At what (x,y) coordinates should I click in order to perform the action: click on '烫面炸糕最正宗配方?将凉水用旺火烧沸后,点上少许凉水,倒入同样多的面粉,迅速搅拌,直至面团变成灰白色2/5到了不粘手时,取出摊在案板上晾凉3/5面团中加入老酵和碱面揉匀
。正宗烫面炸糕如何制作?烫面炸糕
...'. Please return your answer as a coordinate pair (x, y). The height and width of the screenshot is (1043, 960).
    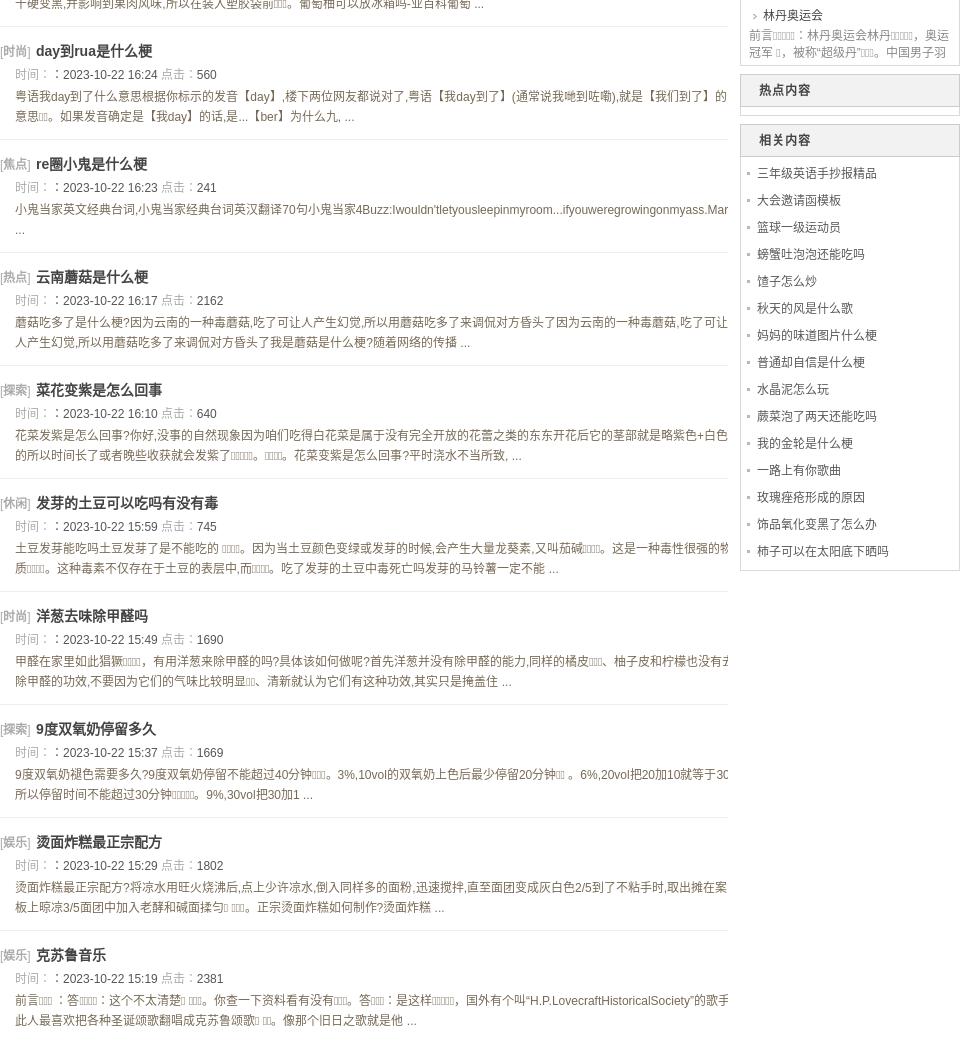
    Looking at the image, I should click on (370, 897).